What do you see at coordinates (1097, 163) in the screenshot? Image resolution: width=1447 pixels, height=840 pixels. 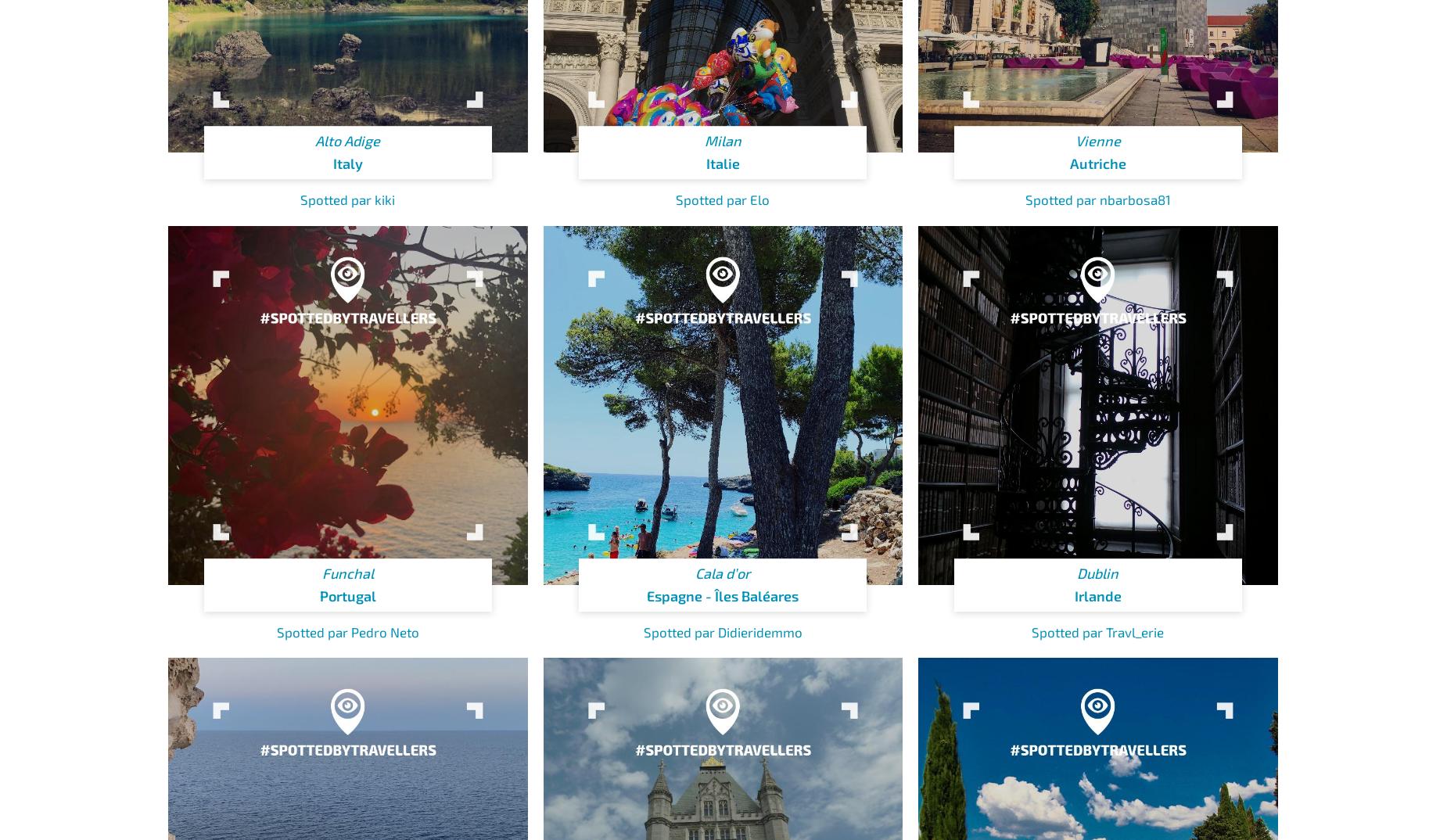 I see `'Autriche'` at bounding box center [1097, 163].